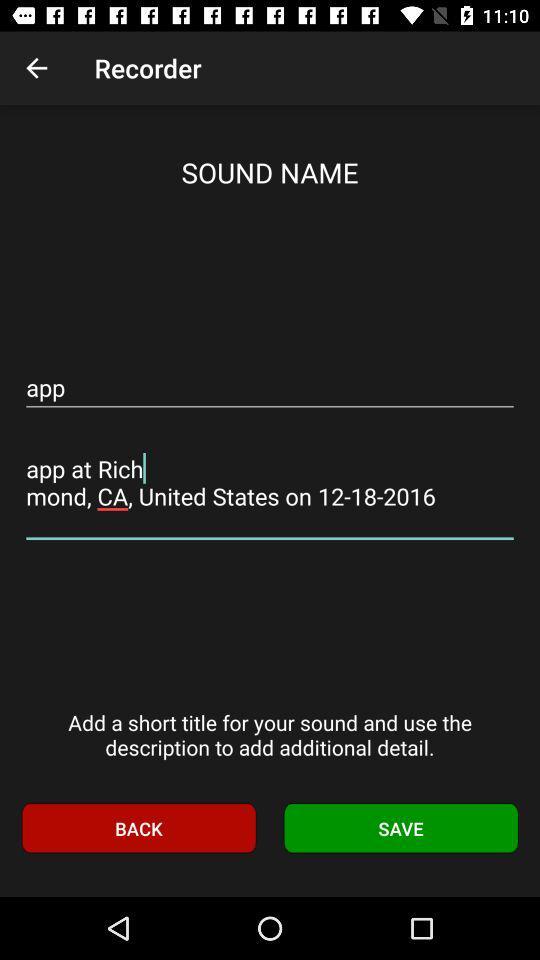  What do you see at coordinates (36, 68) in the screenshot?
I see `the item above sound name` at bounding box center [36, 68].